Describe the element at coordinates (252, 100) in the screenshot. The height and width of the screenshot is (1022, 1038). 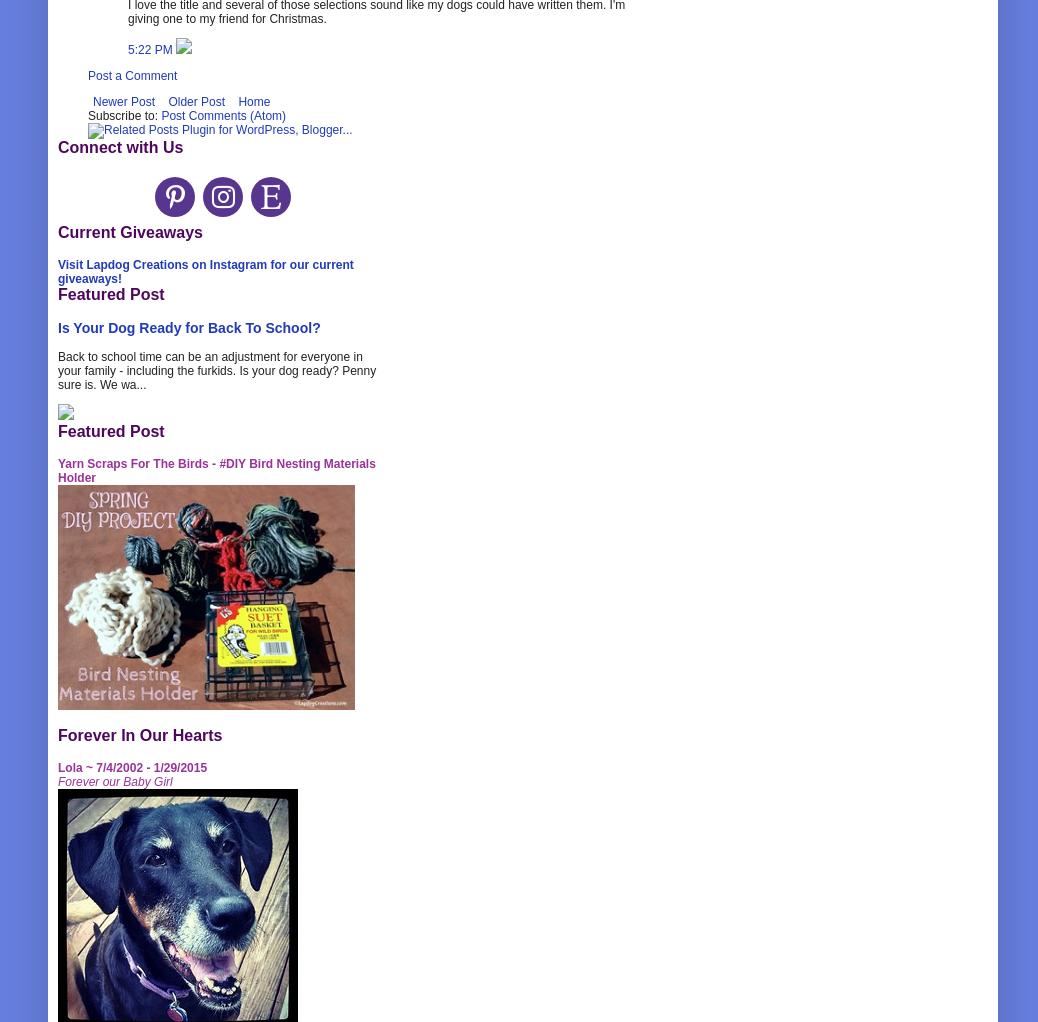
I see `'Home'` at that location.